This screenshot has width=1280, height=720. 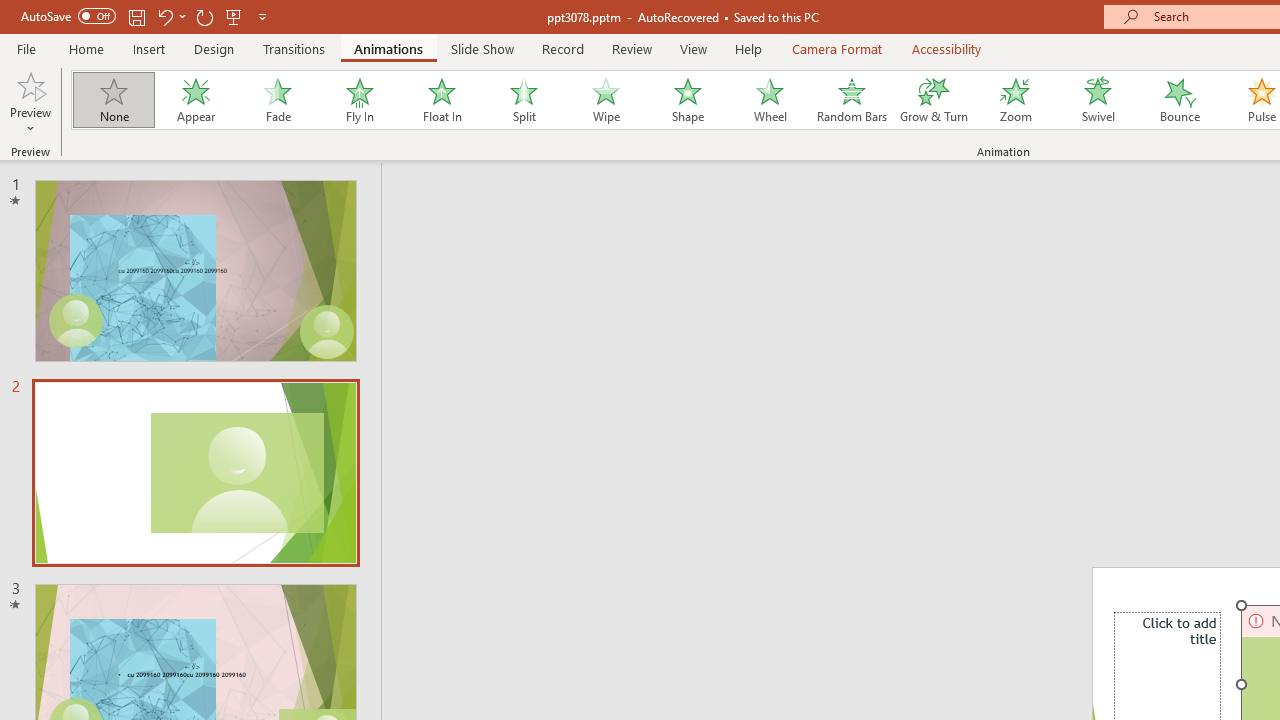 What do you see at coordinates (688, 100) in the screenshot?
I see `'Shape'` at bounding box center [688, 100].